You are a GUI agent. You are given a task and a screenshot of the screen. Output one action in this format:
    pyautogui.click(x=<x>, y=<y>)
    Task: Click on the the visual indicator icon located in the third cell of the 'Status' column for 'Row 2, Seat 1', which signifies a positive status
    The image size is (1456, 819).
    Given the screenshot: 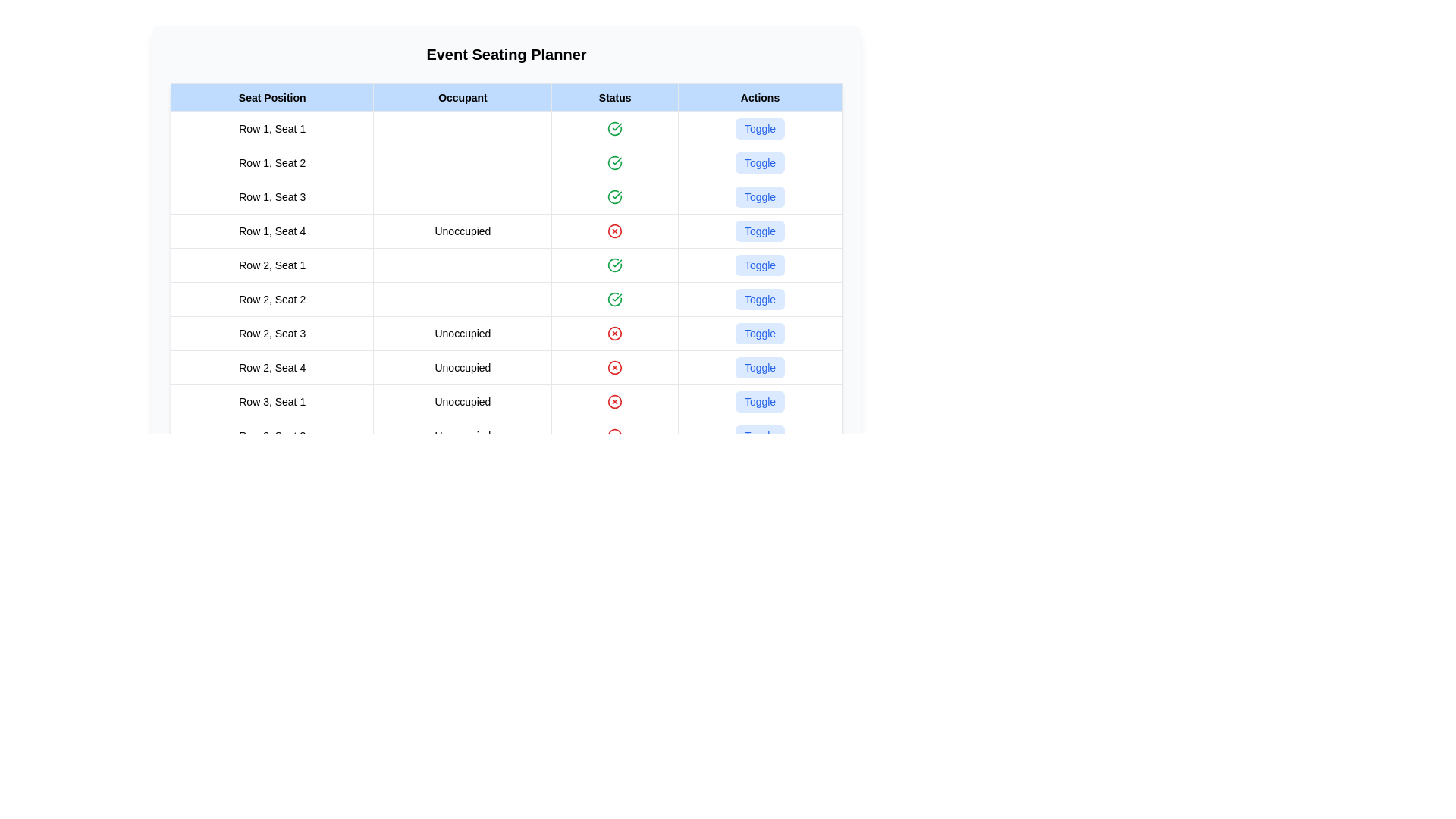 What is the action you would take?
    pyautogui.click(x=615, y=265)
    